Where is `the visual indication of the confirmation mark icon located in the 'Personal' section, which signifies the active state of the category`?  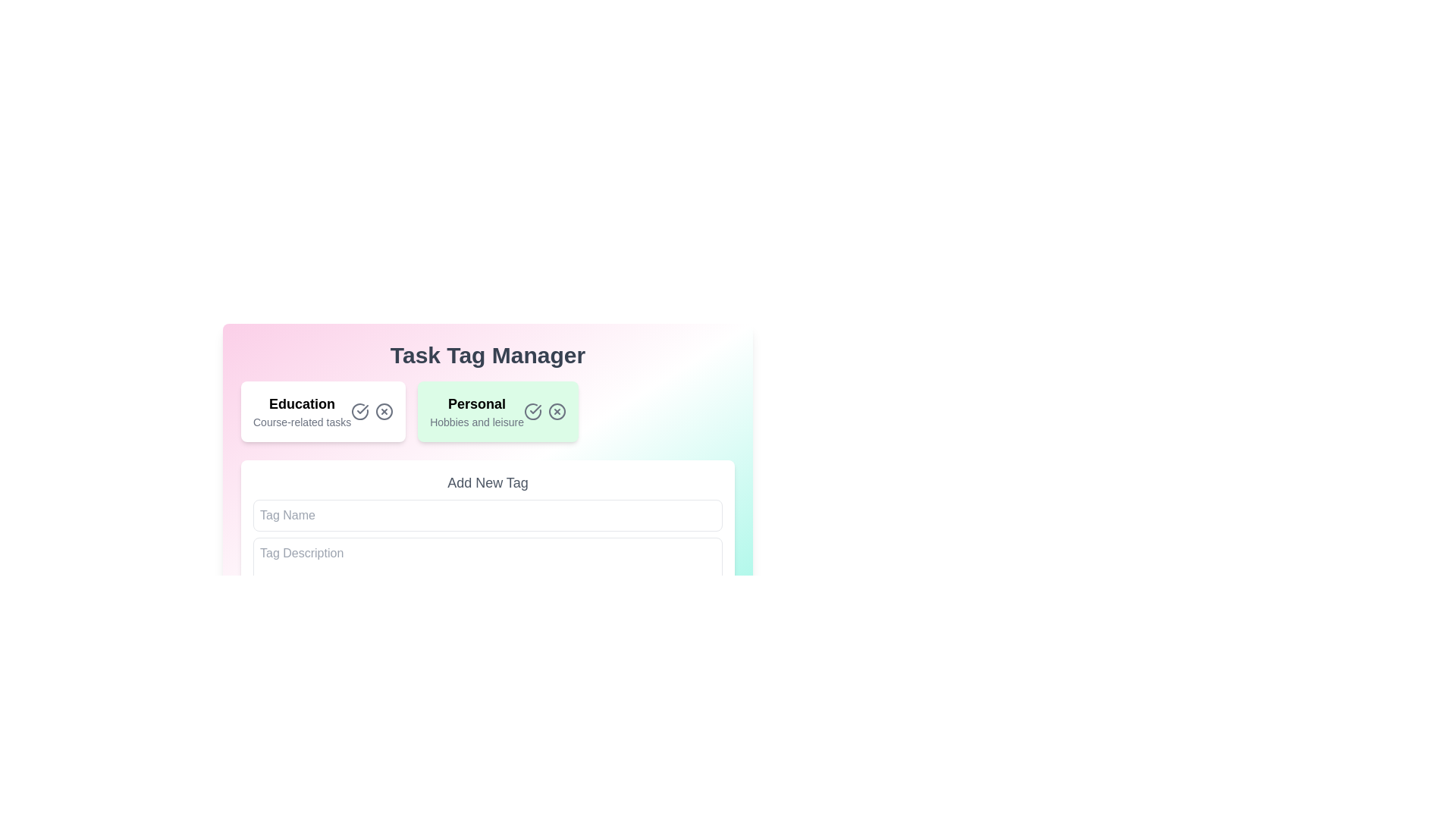 the visual indication of the confirmation mark icon located in the 'Personal' section, which signifies the active state of the category is located at coordinates (362, 409).